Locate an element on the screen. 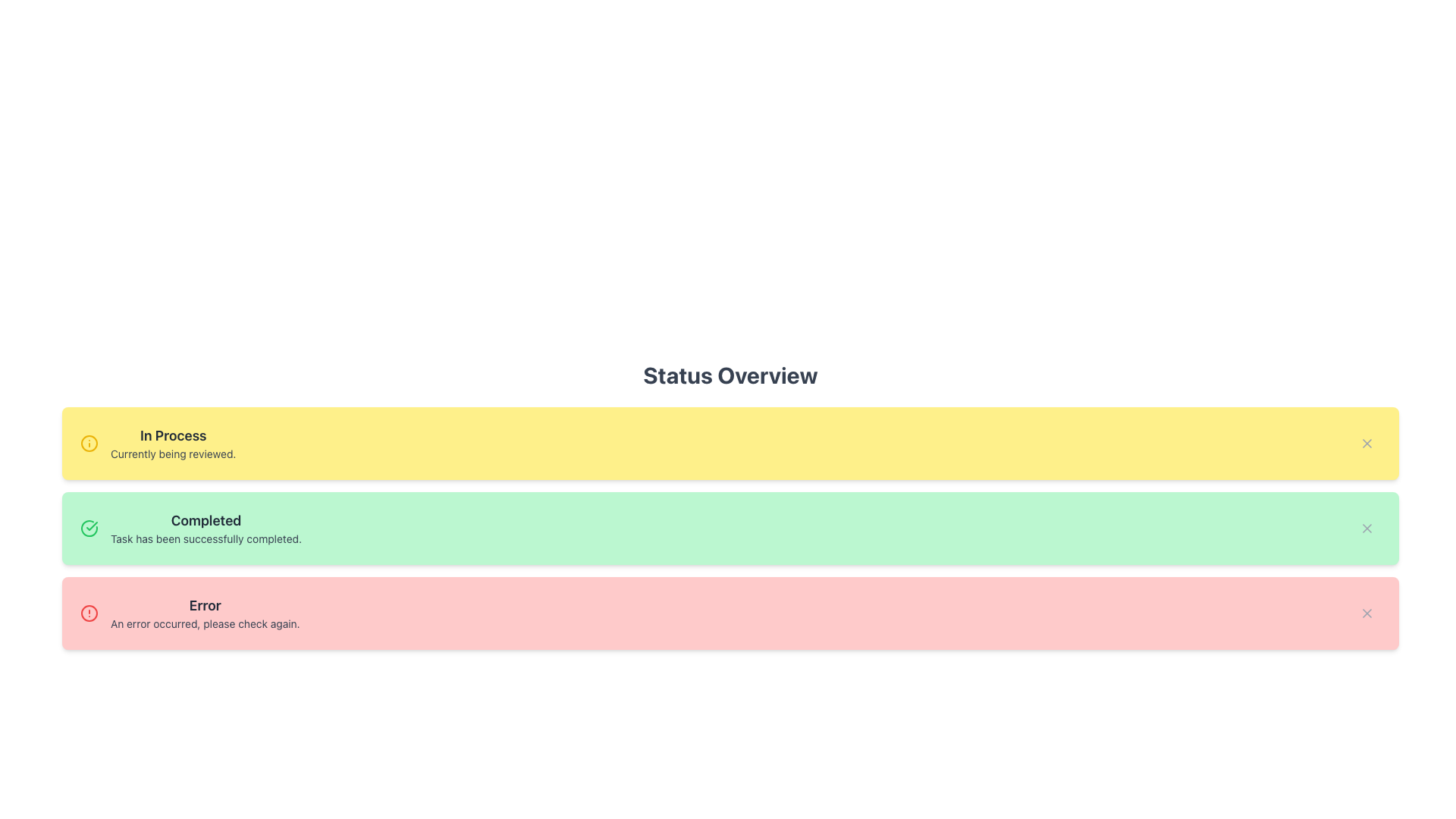 The width and height of the screenshot is (1456, 819). error message displayed in the informational text block located in the third section of the interface, which has a pale red background and is positioned beneath the yellow and green cards is located at coordinates (204, 613).